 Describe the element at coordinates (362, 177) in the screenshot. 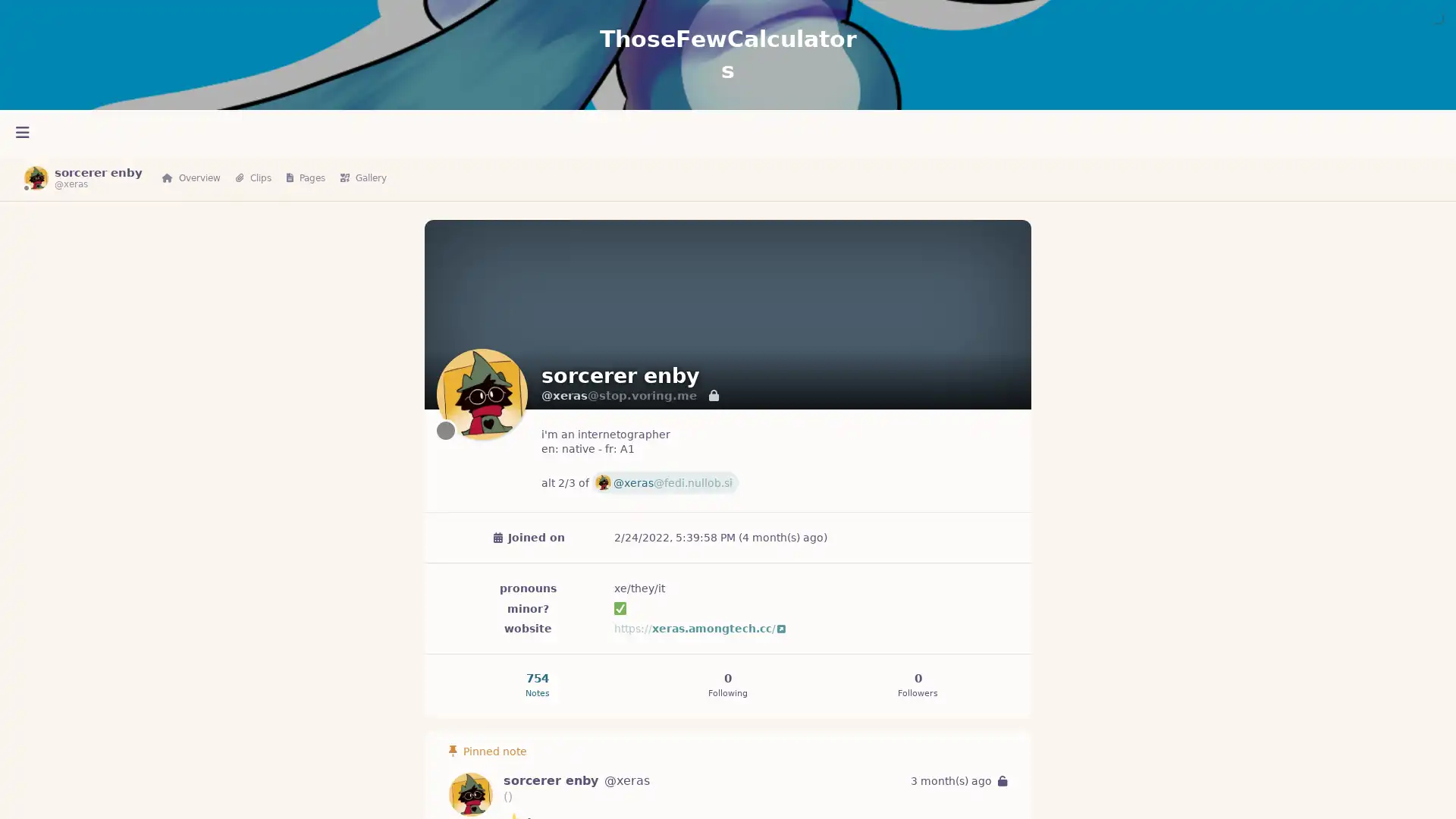

I see `Gallery` at that location.